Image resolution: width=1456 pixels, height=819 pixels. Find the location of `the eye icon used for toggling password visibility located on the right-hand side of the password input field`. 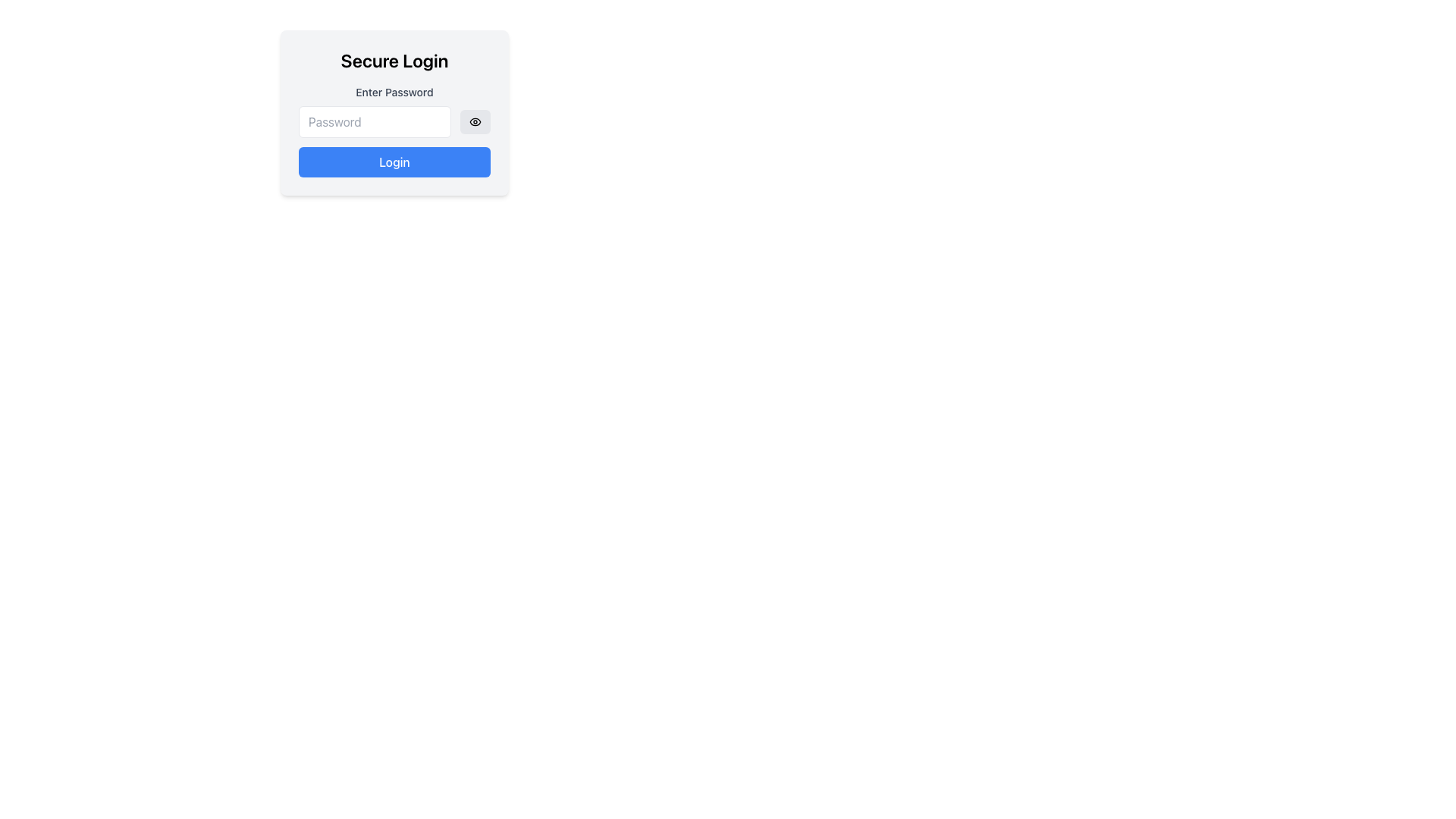

the eye icon used for toggling password visibility located on the right-hand side of the password input field is located at coordinates (475, 121).